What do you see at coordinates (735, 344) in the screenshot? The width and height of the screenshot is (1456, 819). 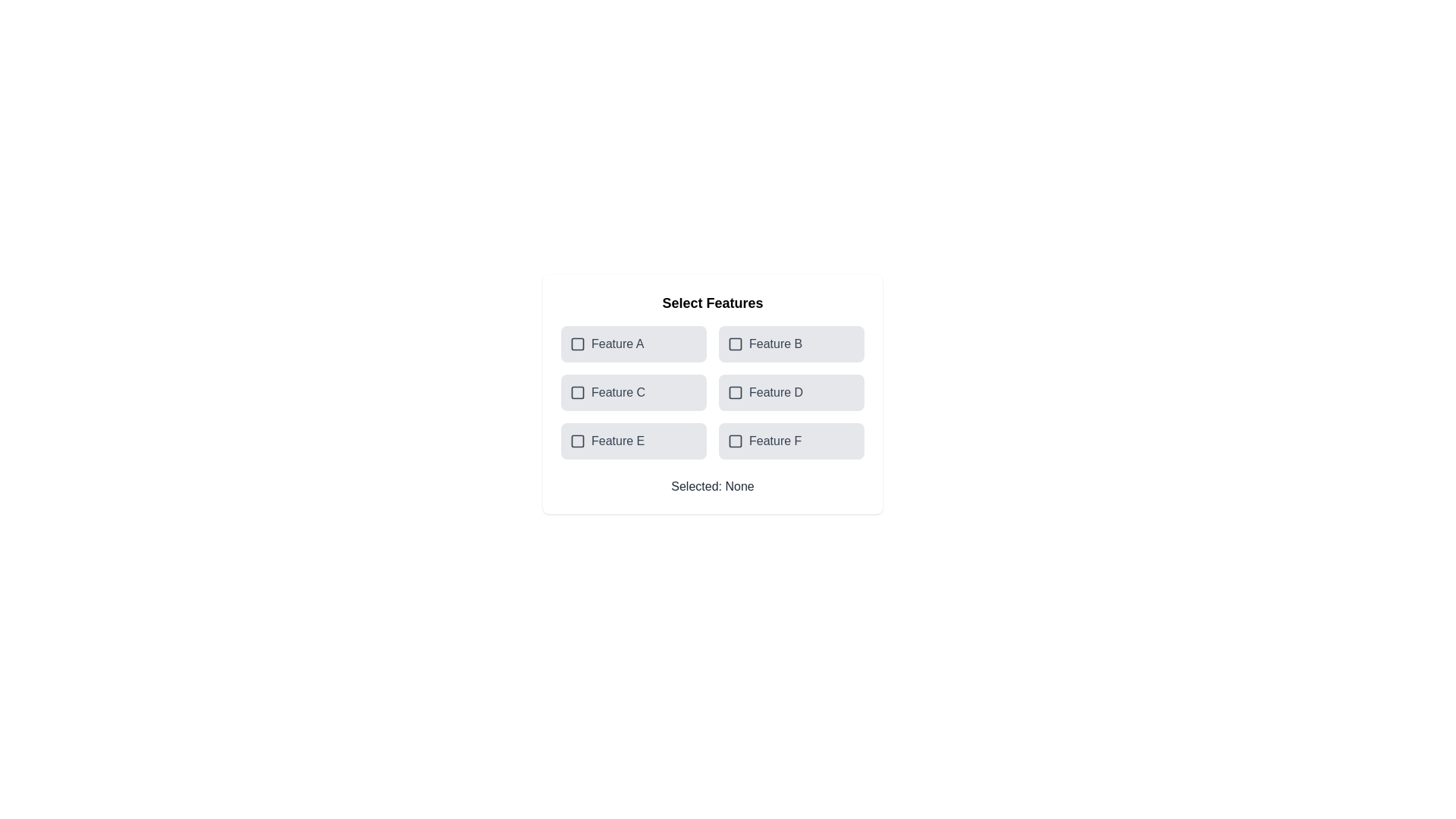 I see `the checkbox for 'Feature B' located on the right side of the 'Feature B' label in the second column's top row within the 'Select Features' group` at bounding box center [735, 344].